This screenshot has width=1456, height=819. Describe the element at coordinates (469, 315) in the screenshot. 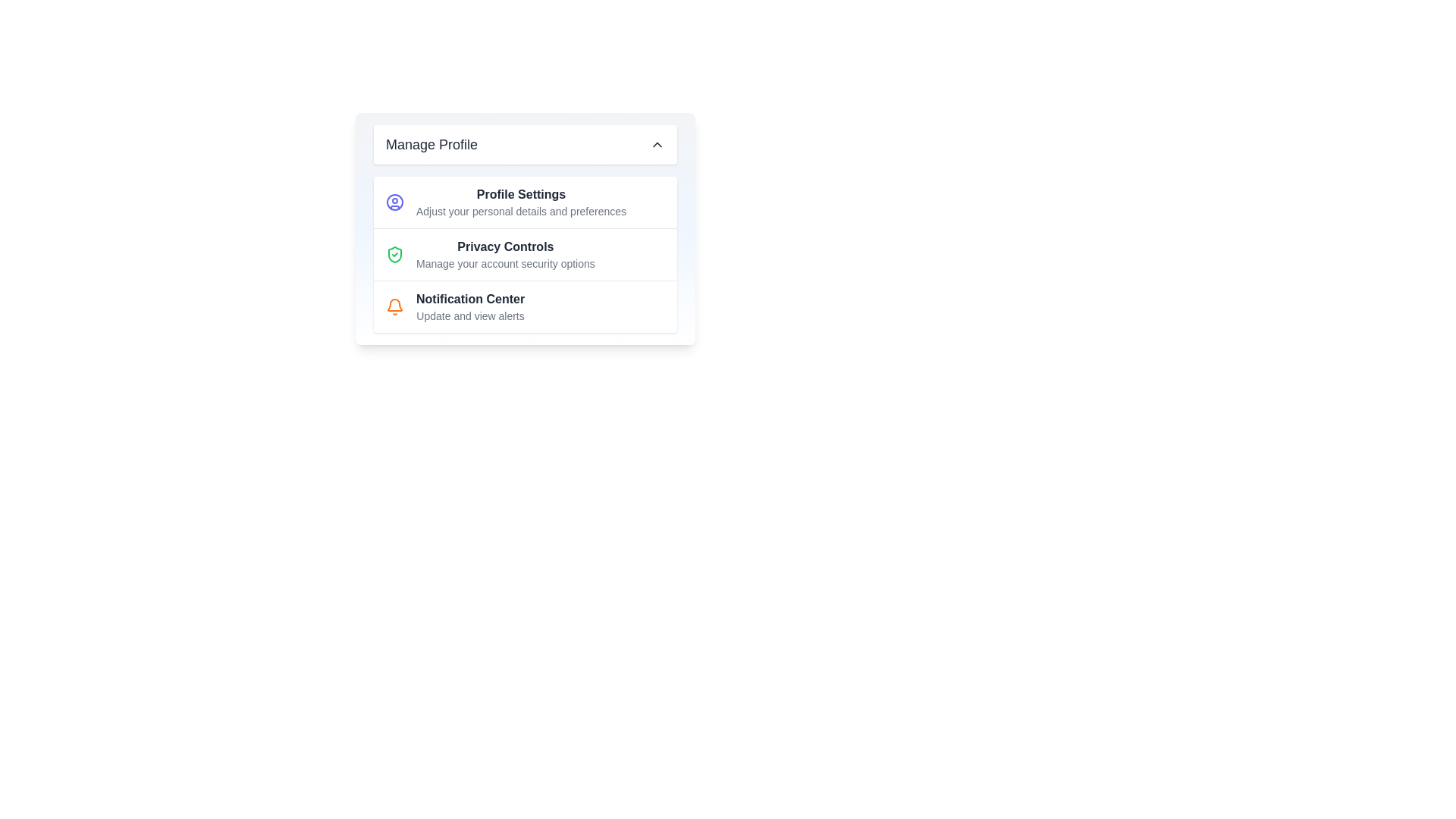

I see `the Inline text label that provides a description related to the functionality of the Notification Center, located below the title in the Manage Profile section` at that location.